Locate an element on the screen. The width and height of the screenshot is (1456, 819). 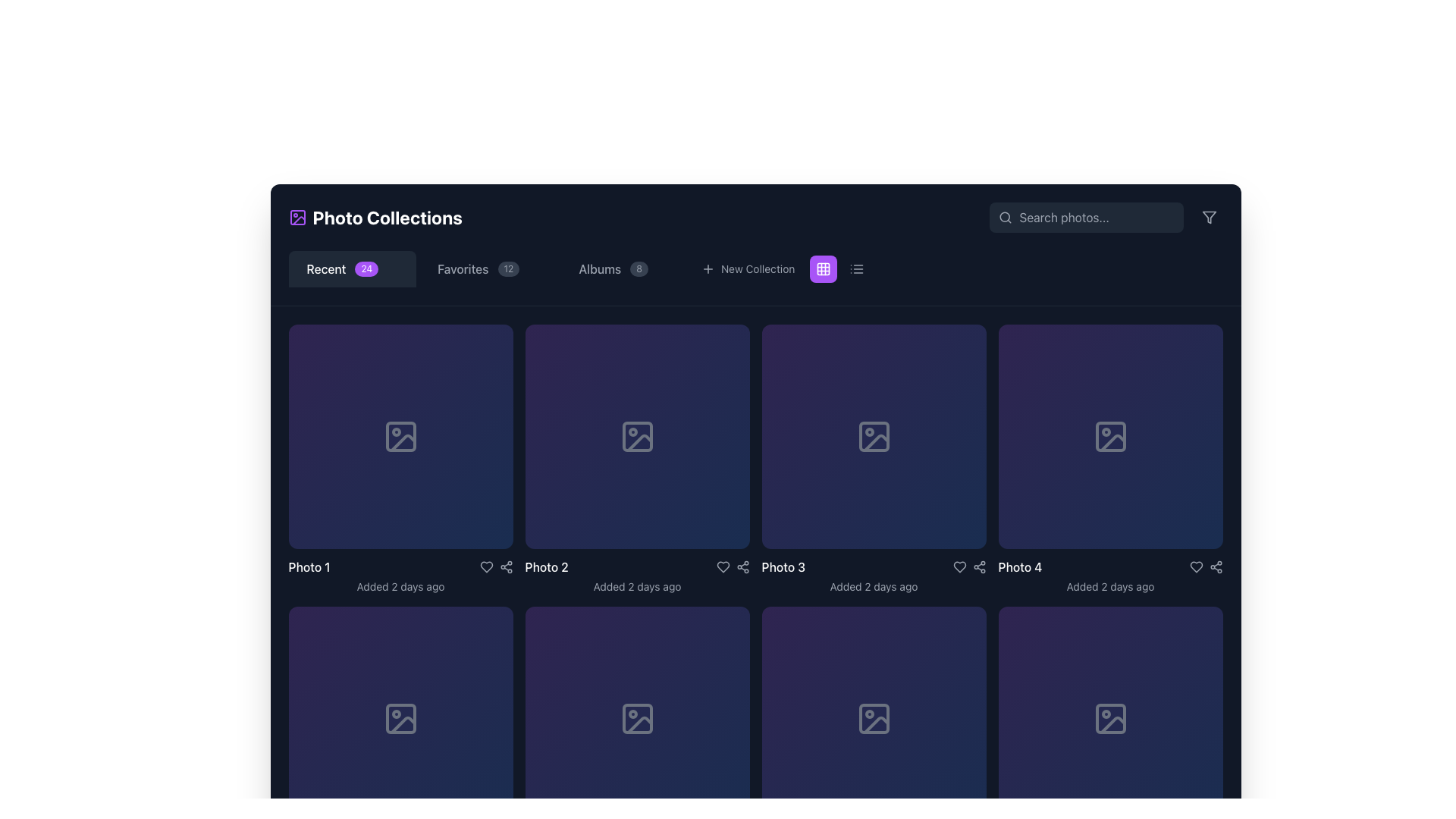
the download icon SVG, which is a small graphic with a downward arrow indicating a download operation, located towards the center-right of the fourth item in the grid layout is located at coordinates (1110, 436).